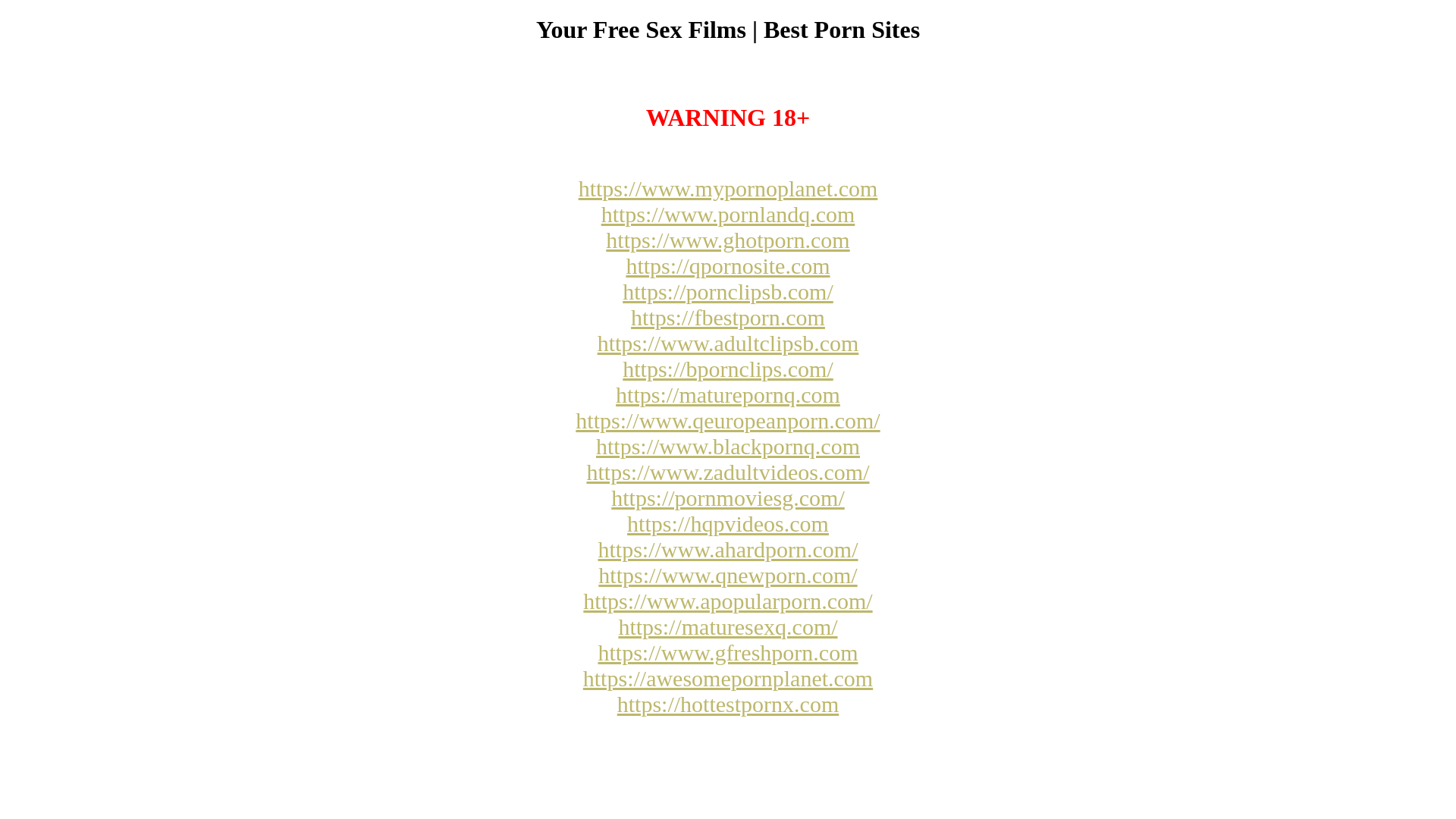 The image size is (1456, 819). Describe the element at coordinates (726, 265) in the screenshot. I see `'https://qpornosite.com'` at that location.